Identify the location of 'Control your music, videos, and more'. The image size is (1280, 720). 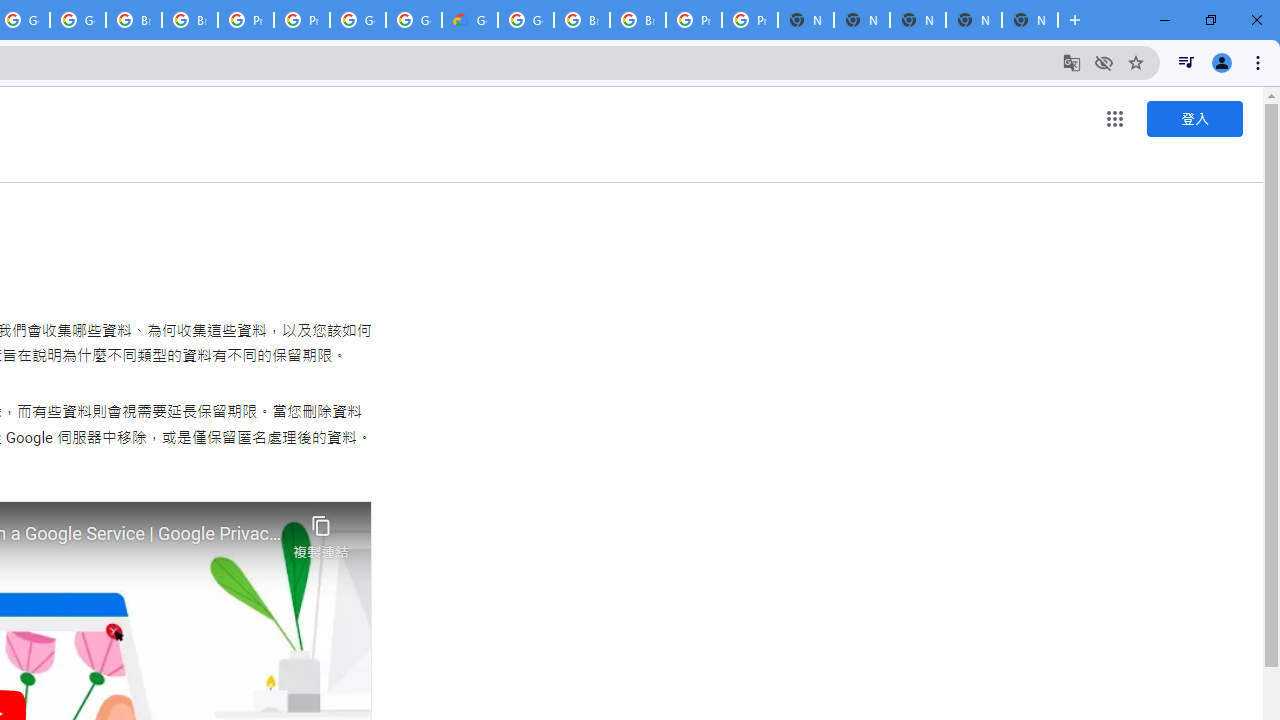
(1185, 61).